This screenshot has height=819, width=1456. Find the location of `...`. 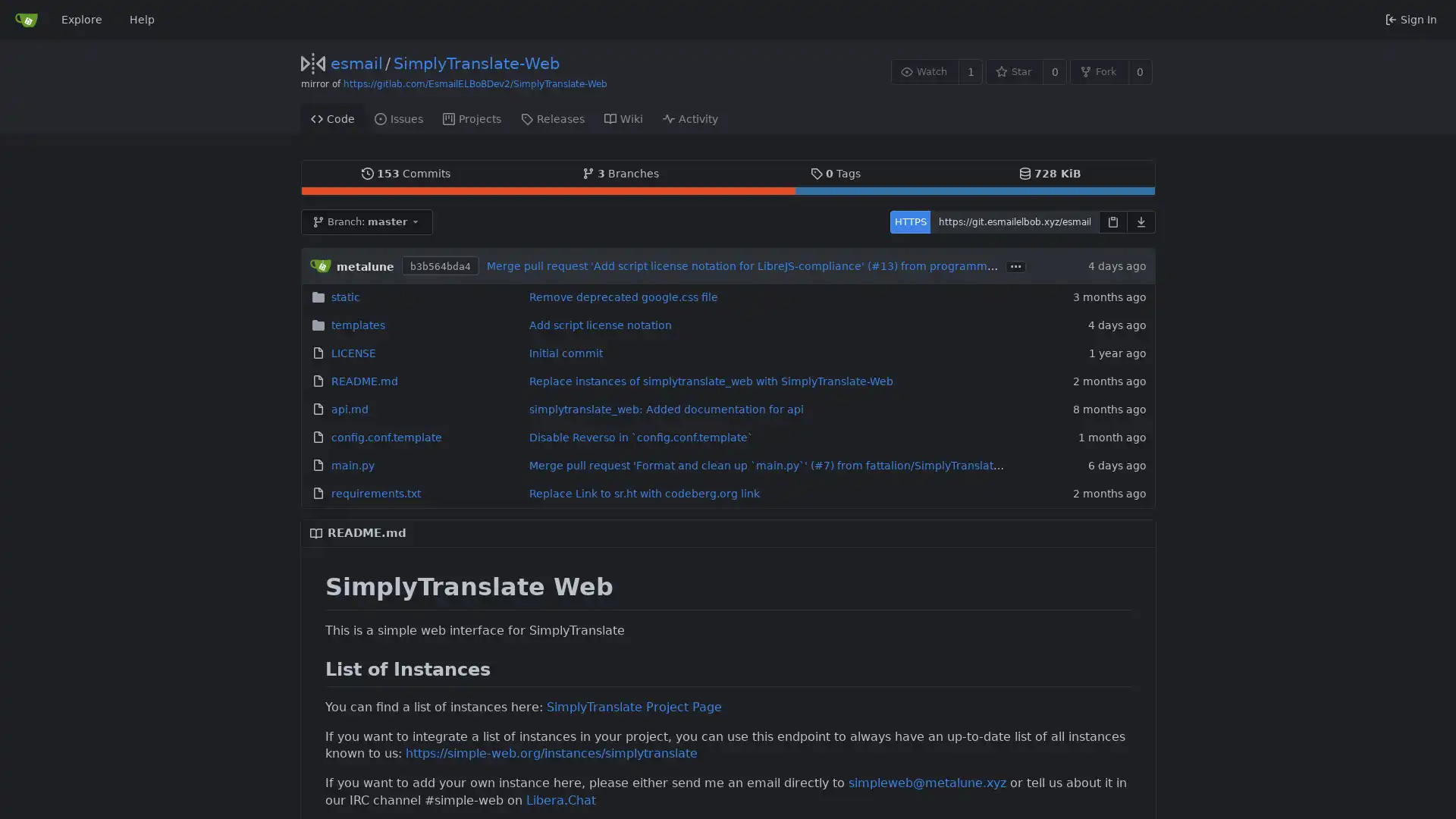

... is located at coordinates (1015, 265).